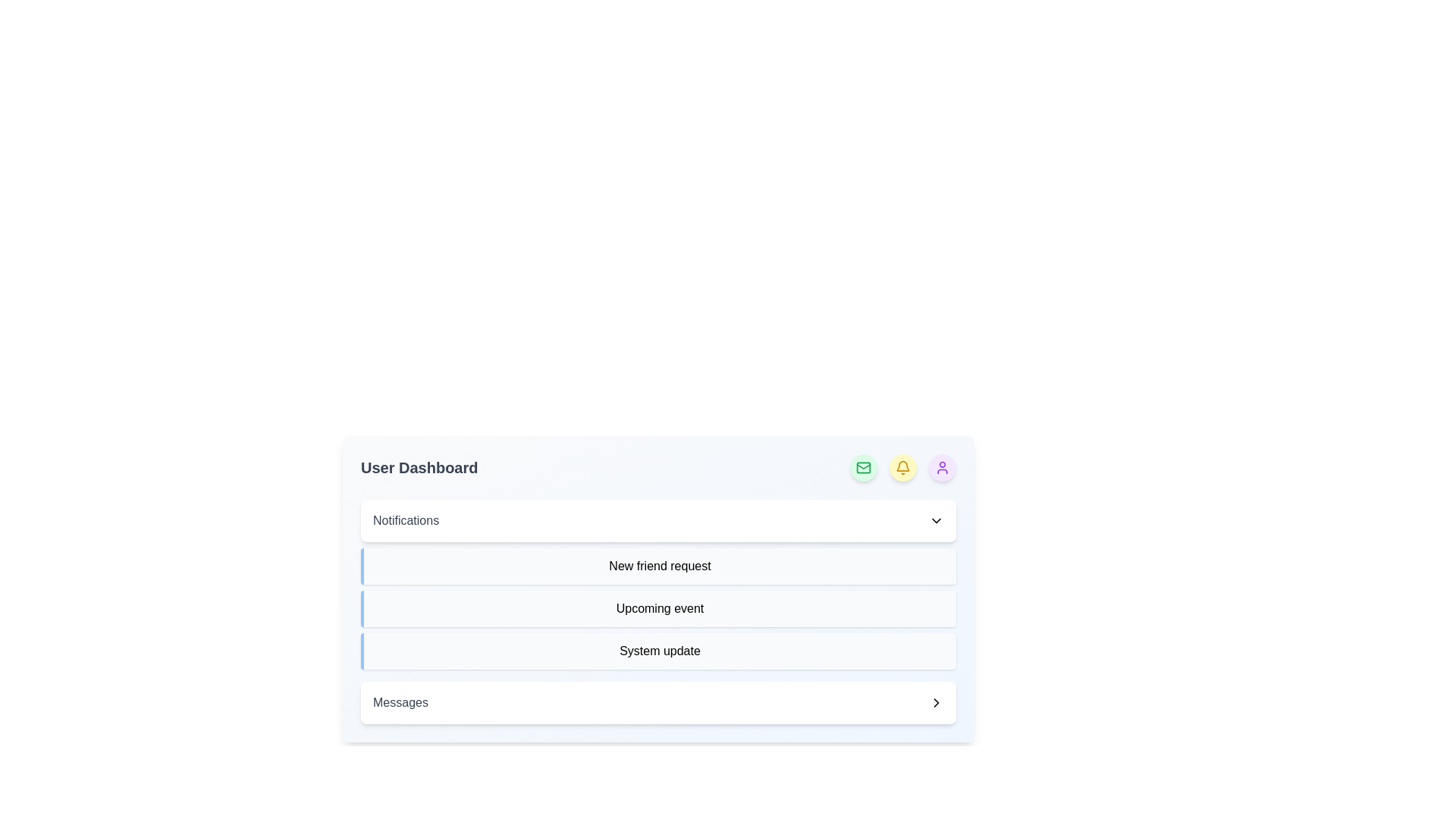 The width and height of the screenshot is (1456, 819). What do you see at coordinates (942, 467) in the screenshot?
I see `the purple user icon, which is a circular SVG icon resembling a person, located in the top-right corner of the User Dashboard interface` at bounding box center [942, 467].